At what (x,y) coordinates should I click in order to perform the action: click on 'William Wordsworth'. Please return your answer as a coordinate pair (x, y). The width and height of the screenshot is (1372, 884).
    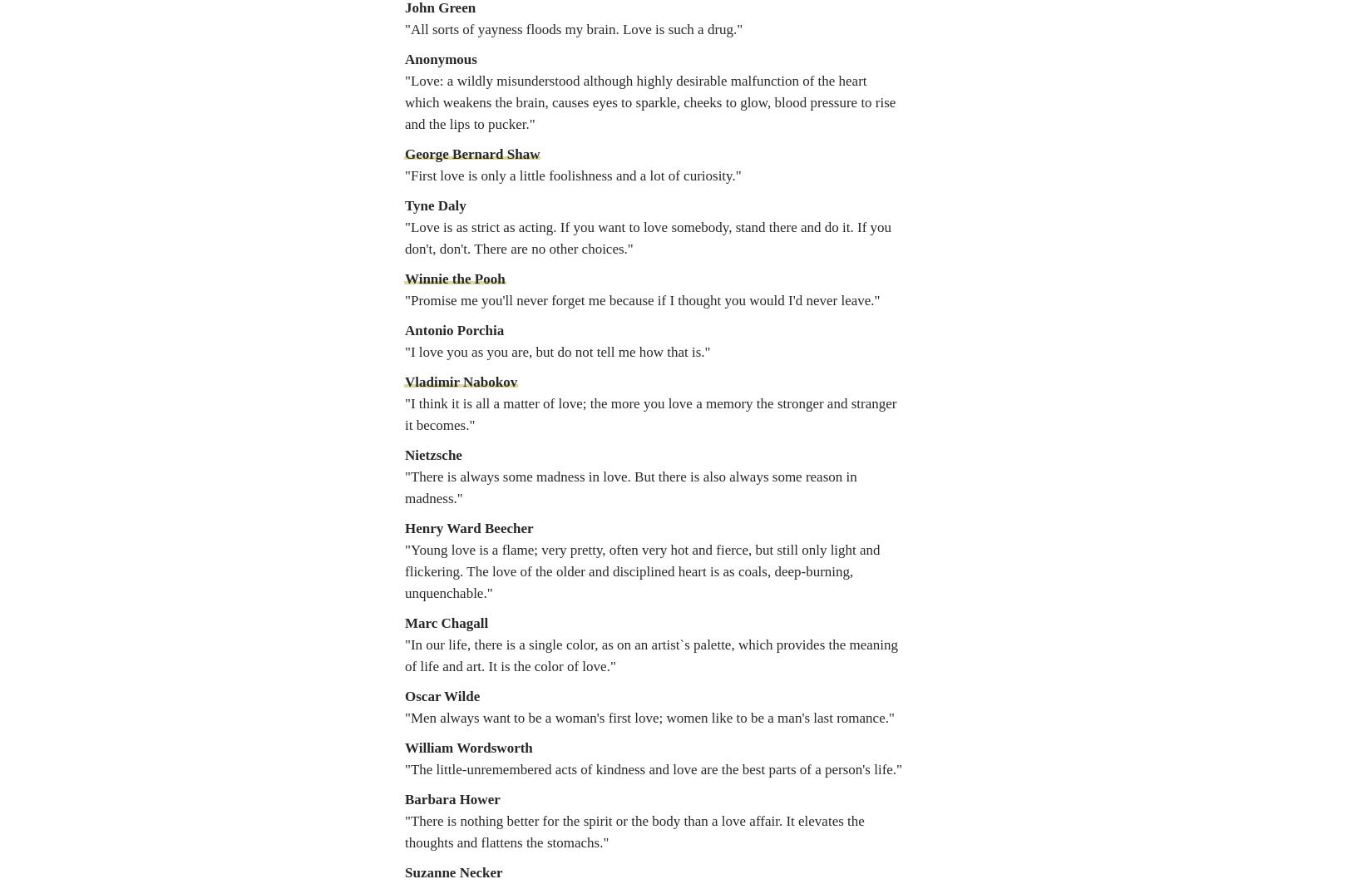
    Looking at the image, I should click on (404, 747).